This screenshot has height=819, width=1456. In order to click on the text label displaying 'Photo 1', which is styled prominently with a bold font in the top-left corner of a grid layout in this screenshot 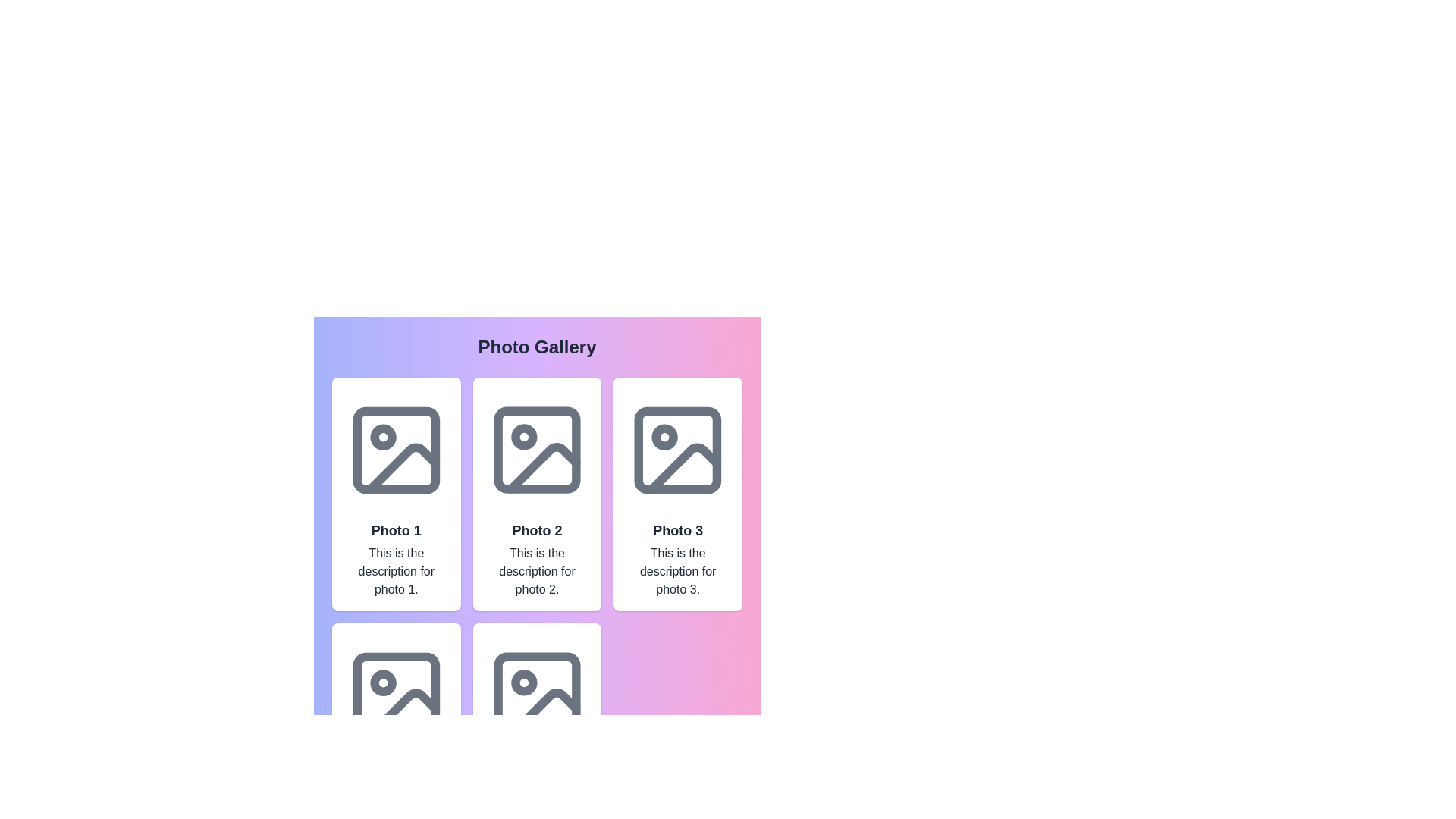, I will do `click(396, 529)`.